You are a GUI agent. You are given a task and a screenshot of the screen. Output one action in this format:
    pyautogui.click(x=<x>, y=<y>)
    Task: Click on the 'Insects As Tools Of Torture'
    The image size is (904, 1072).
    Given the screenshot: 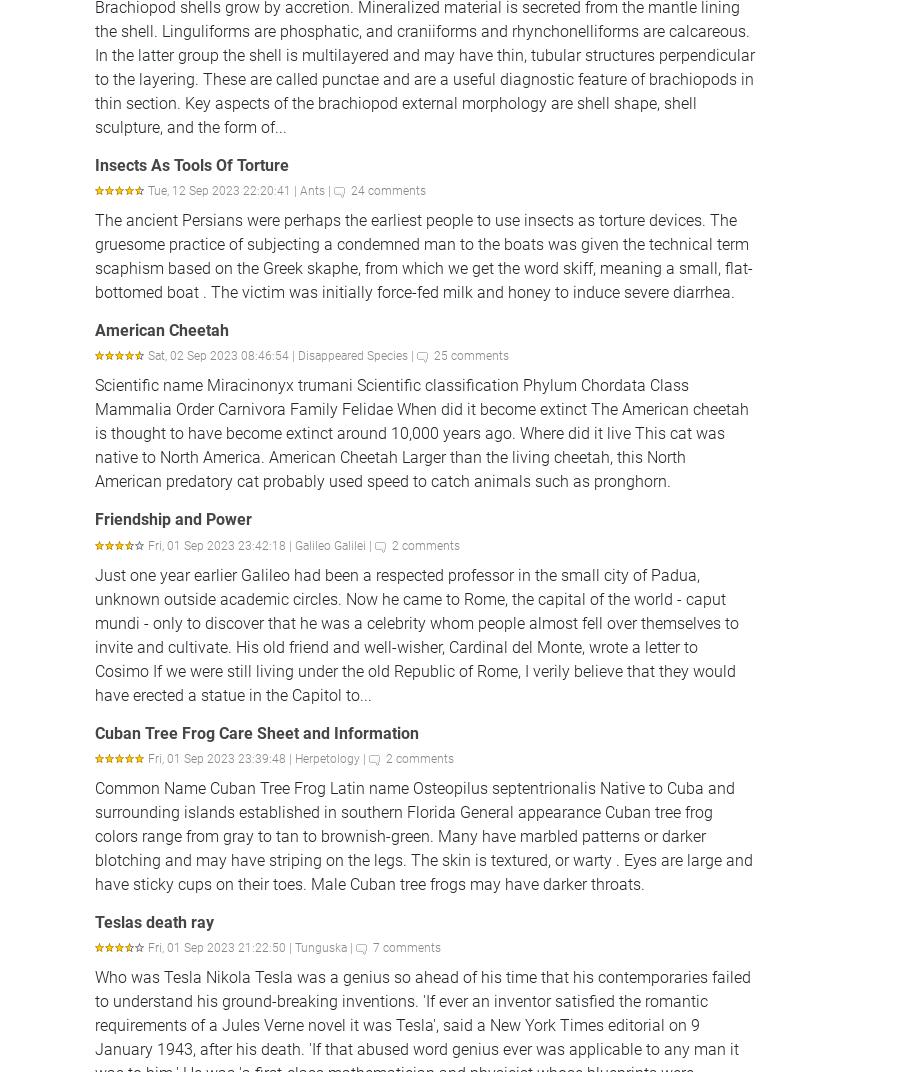 What is the action you would take?
    pyautogui.click(x=192, y=163)
    